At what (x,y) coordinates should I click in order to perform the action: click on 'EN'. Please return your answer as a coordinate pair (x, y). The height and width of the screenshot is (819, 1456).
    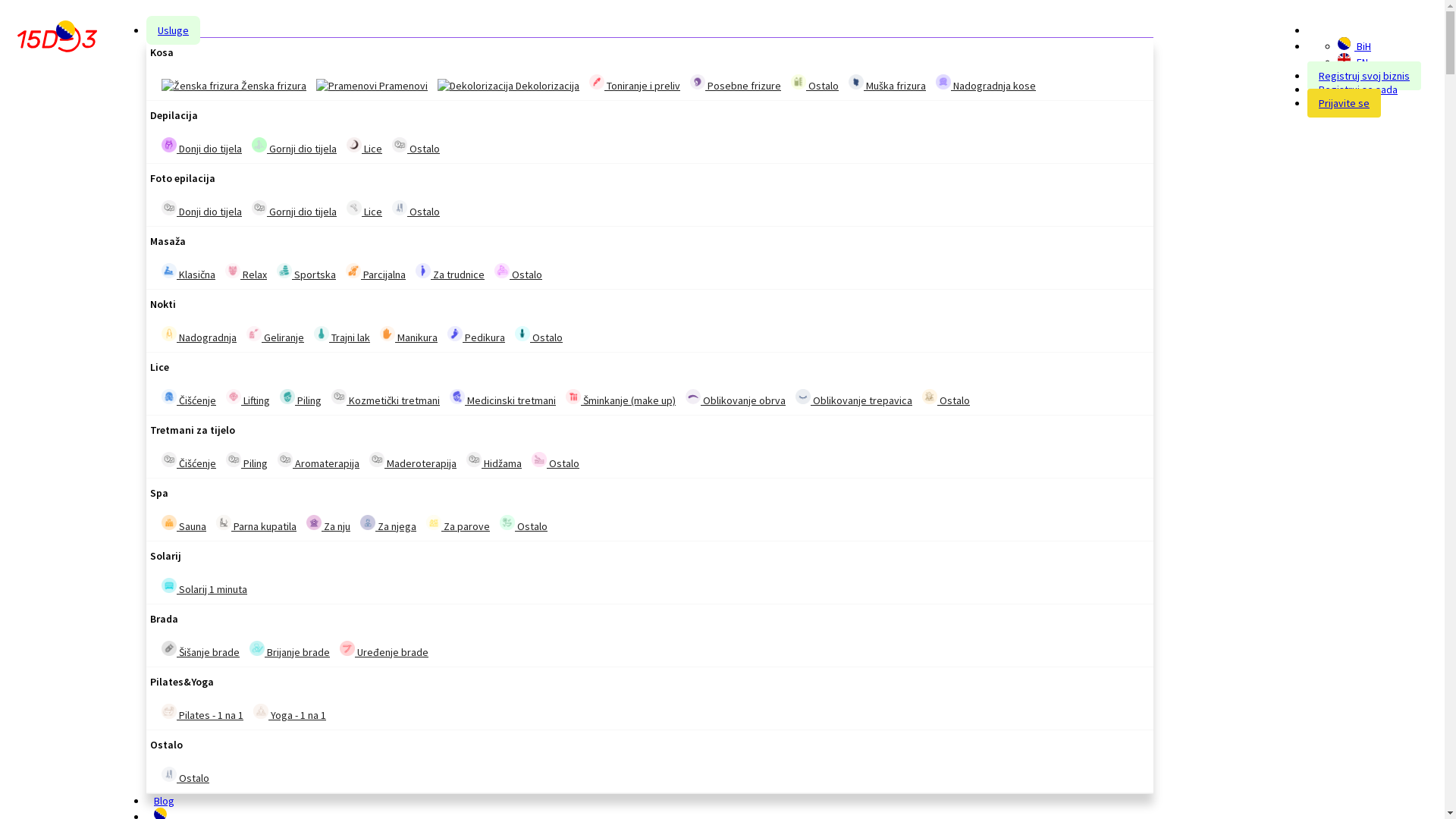
    Looking at the image, I should click on (1337, 61).